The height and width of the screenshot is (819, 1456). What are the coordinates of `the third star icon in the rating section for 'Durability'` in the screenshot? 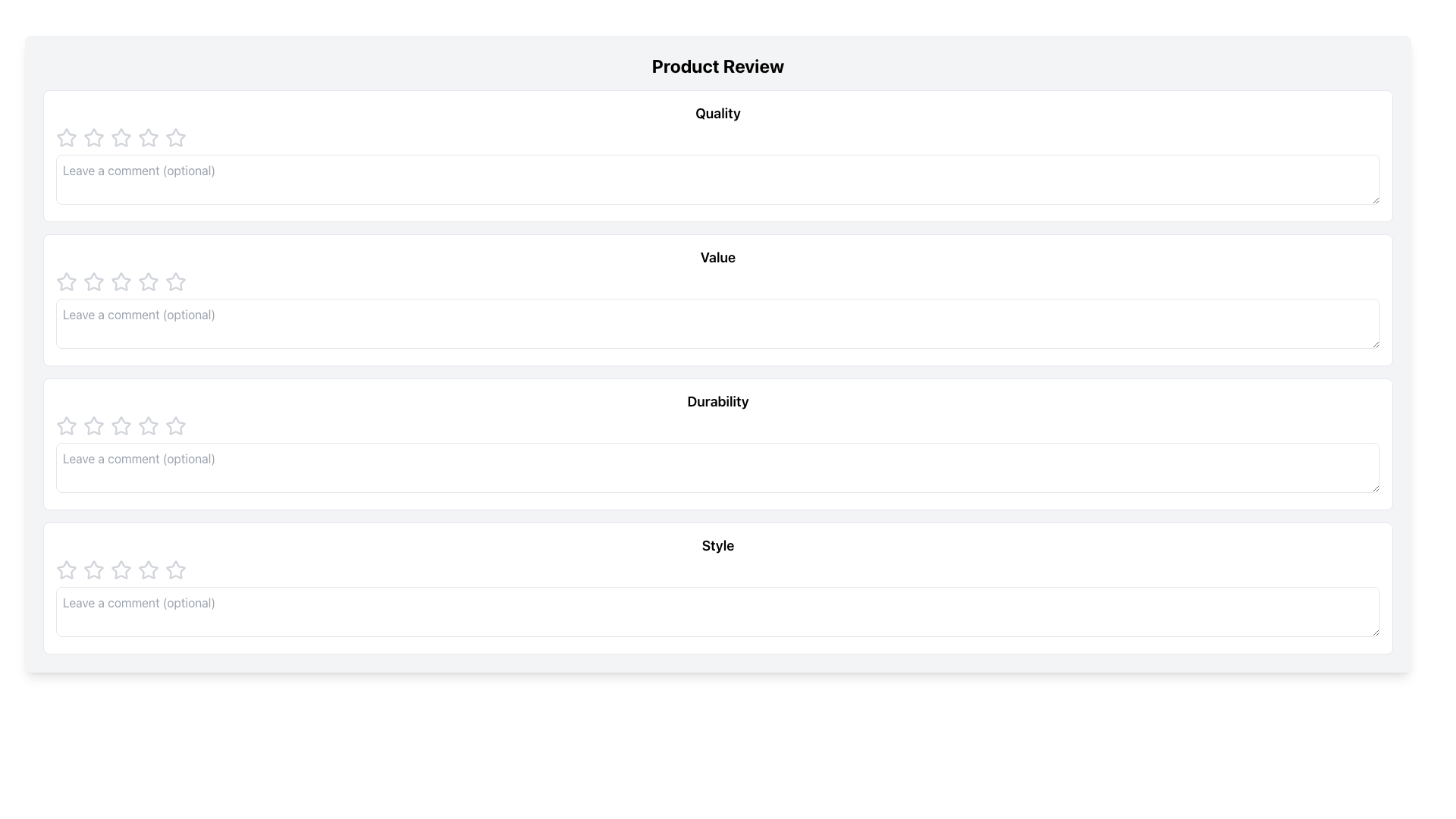 It's located at (93, 426).